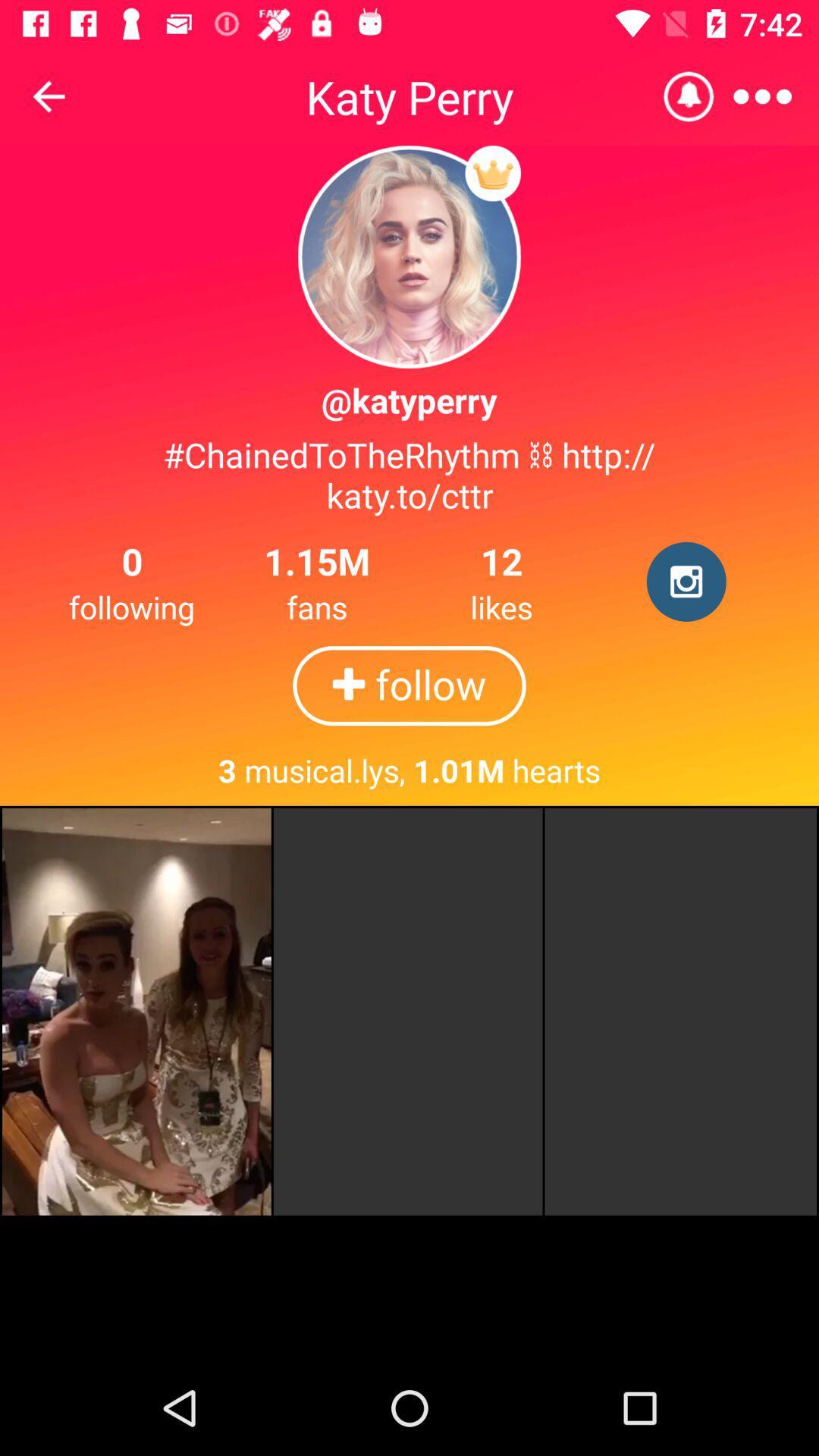 Image resolution: width=819 pixels, height=1456 pixels. What do you see at coordinates (689, 96) in the screenshot?
I see `the notifications icon` at bounding box center [689, 96].